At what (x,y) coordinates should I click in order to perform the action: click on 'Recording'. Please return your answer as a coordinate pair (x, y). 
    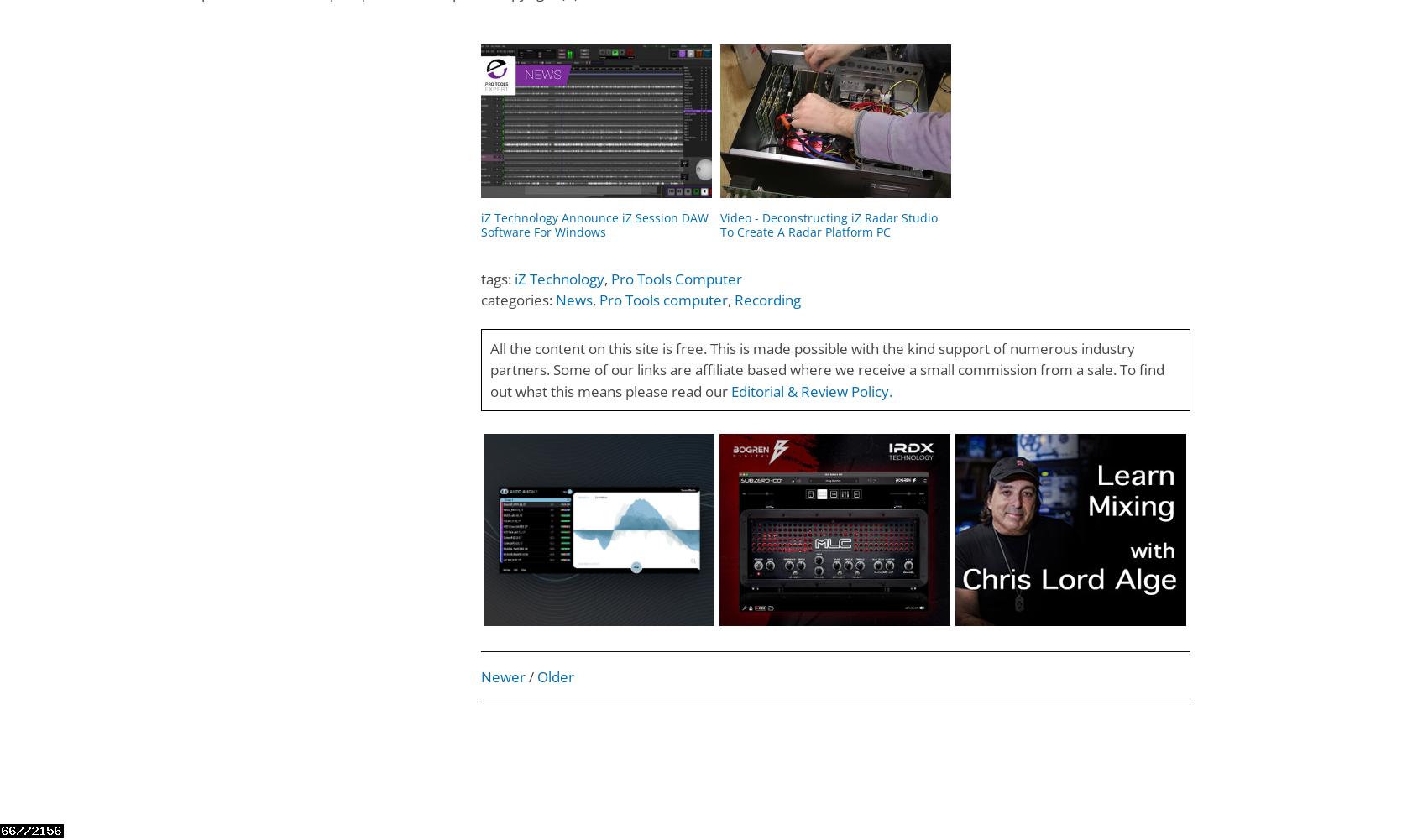
    Looking at the image, I should click on (733, 300).